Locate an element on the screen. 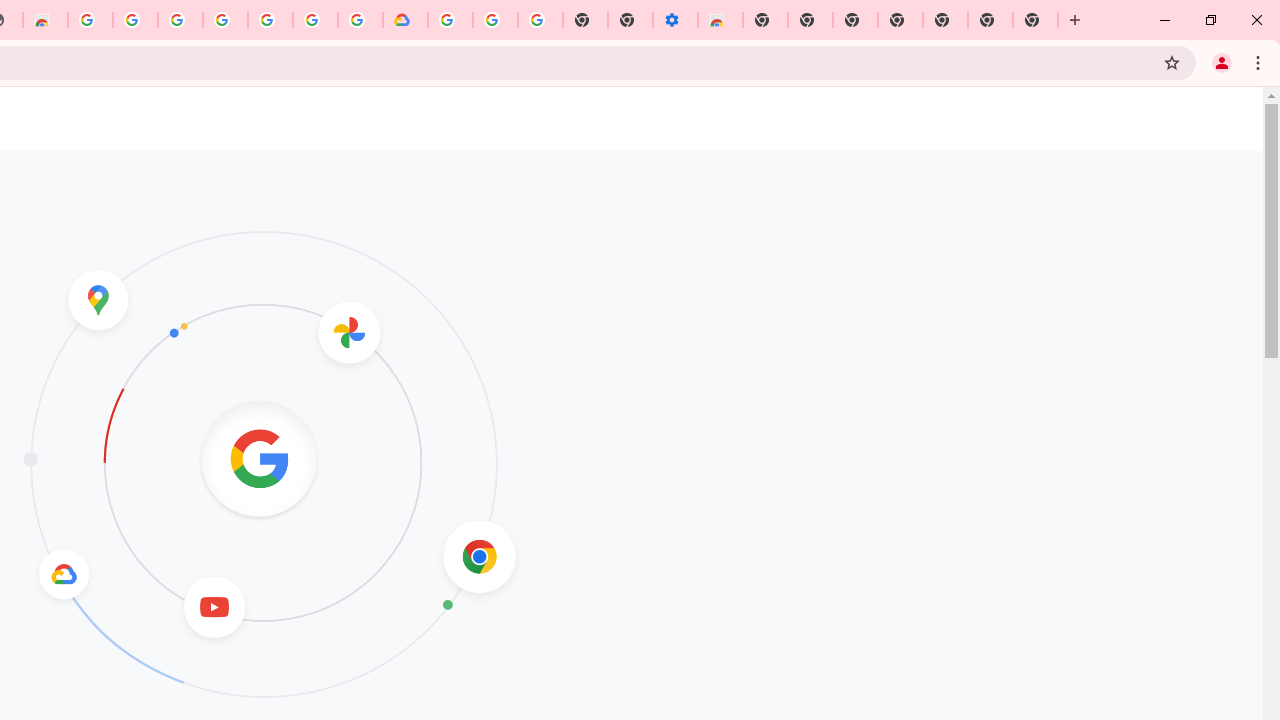  'Settings - Accessibility' is located at coordinates (675, 20).